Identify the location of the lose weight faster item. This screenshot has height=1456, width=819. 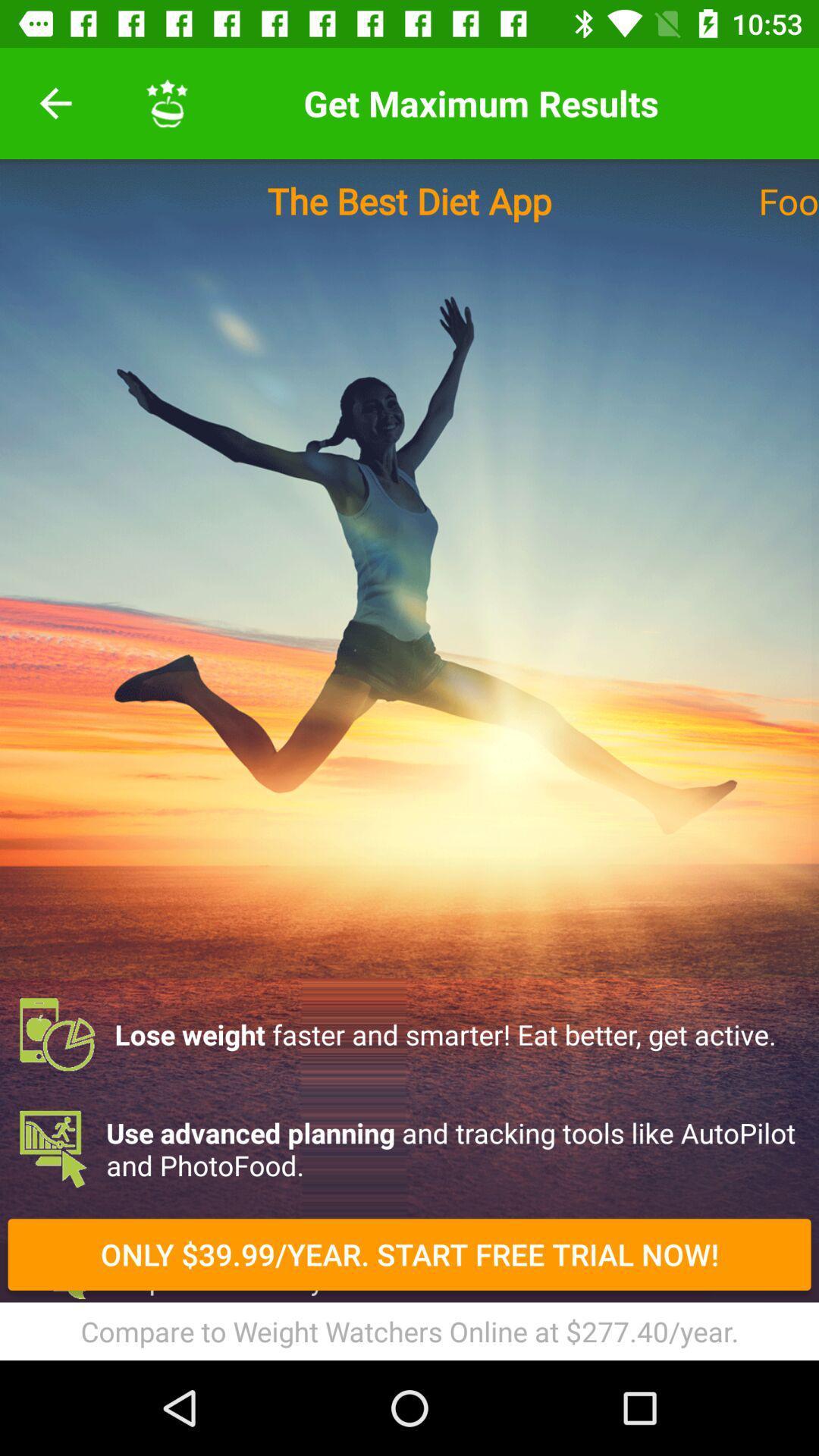
(409, 1034).